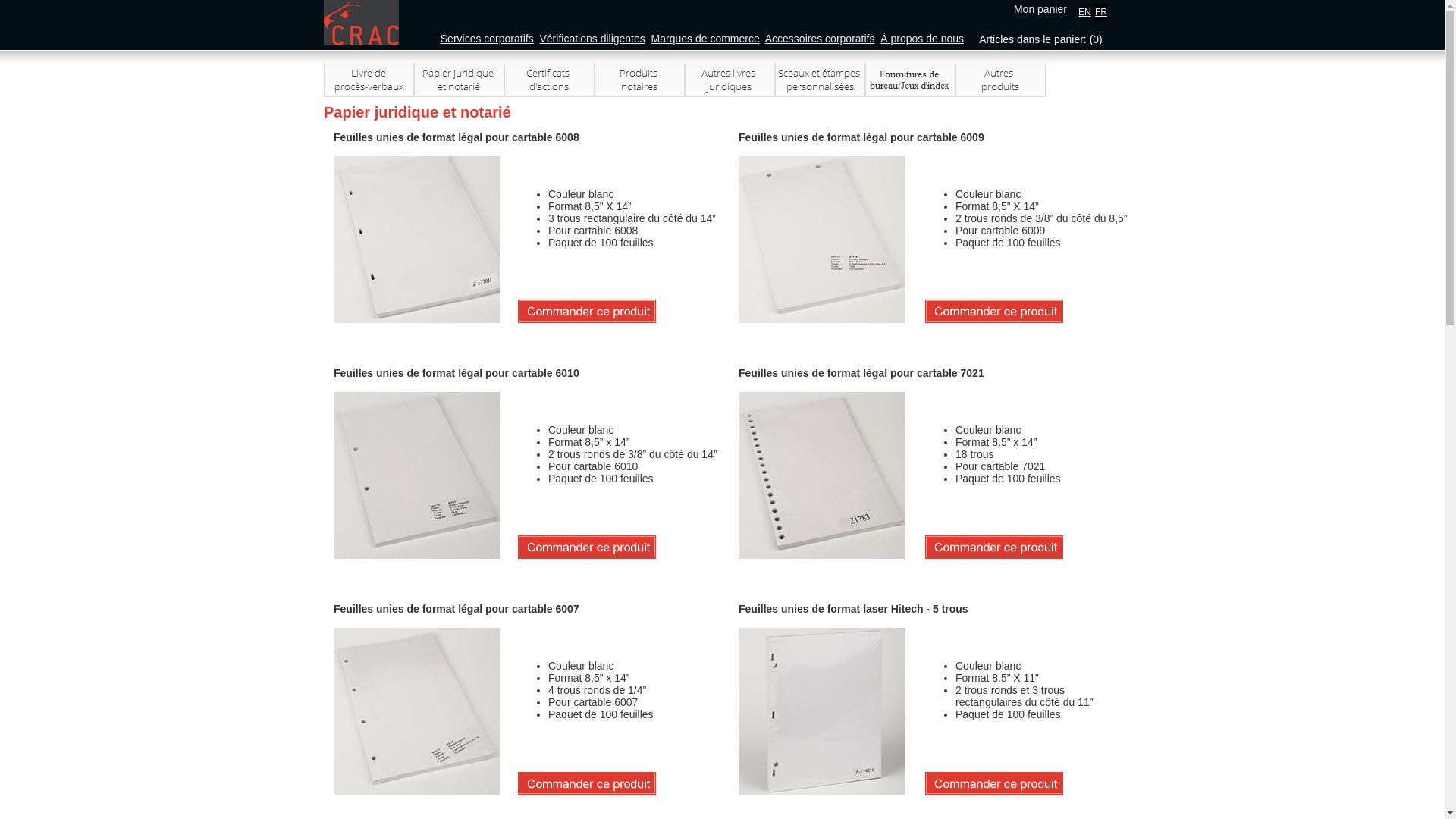 The height and width of the screenshot is (819, 1456). Describe the element at coordinates (639, 80) in the screenshot. I see `'Produits` at that location.